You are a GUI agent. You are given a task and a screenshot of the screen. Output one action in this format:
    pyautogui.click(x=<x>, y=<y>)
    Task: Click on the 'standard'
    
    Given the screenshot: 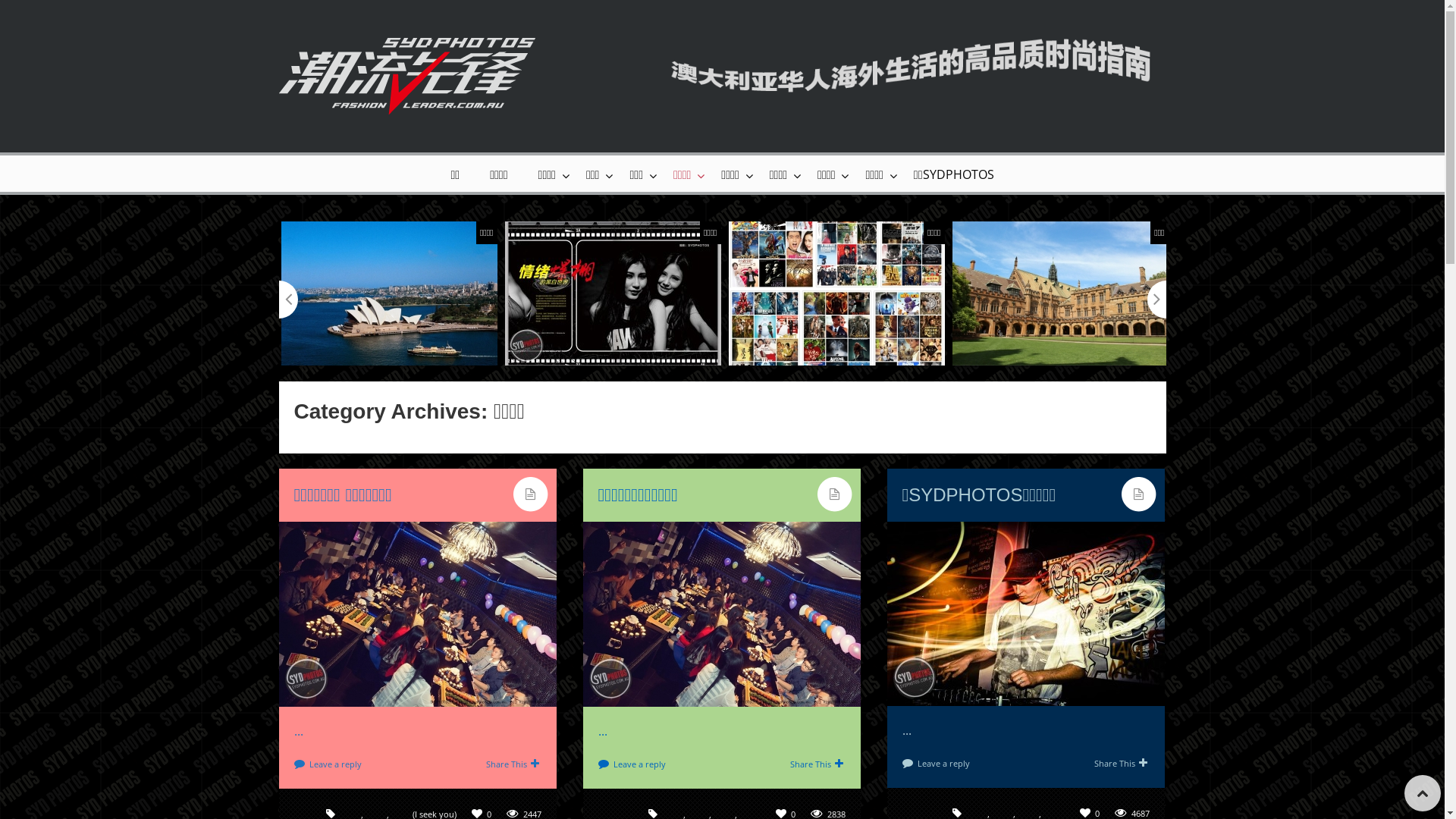 What is the action you would take?
    pyautogui.click(x=1139, y=494)
    